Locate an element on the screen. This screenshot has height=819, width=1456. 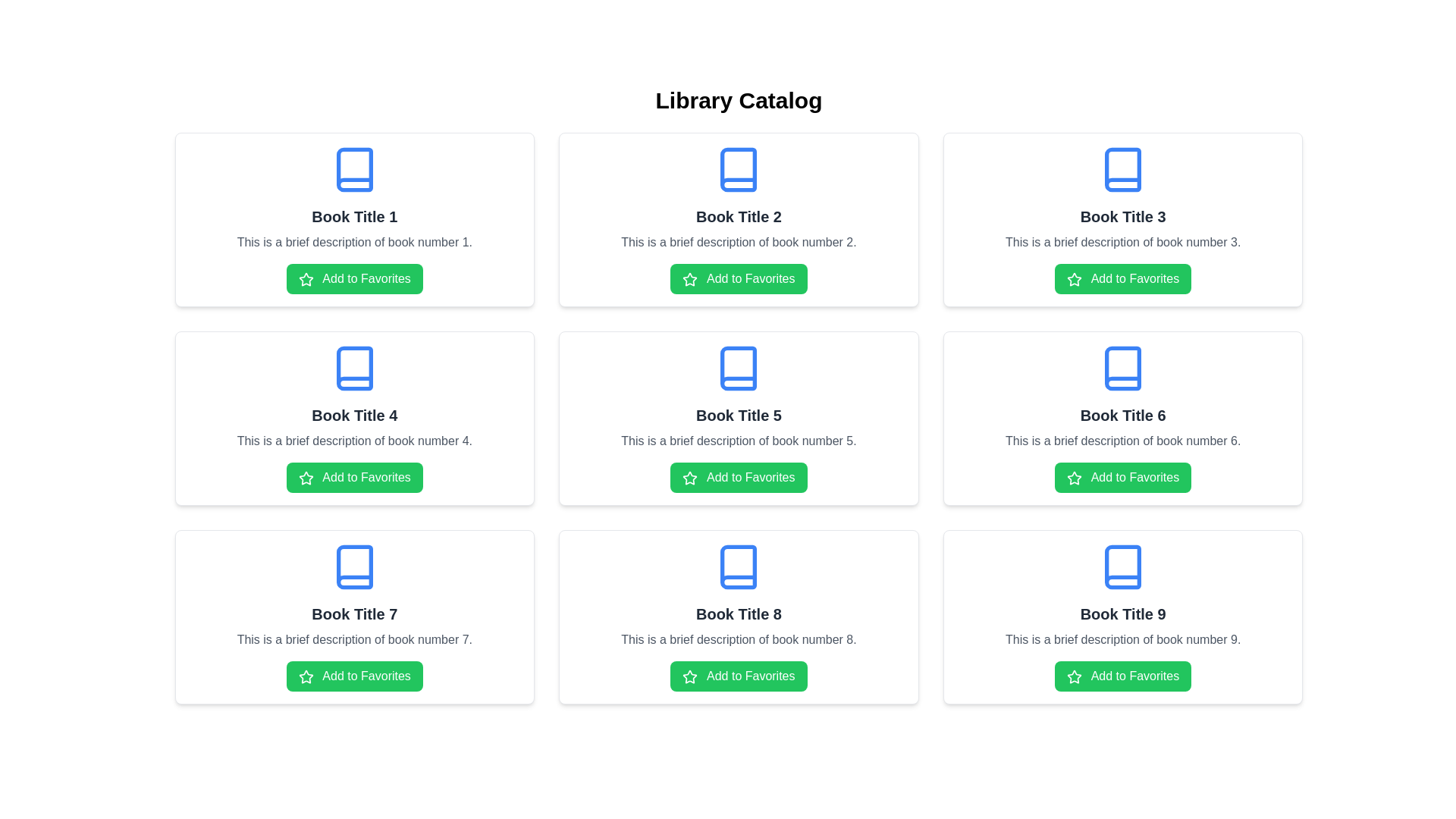
the button to mark 'Book Title 9' as a favorite, located in the bottom section of the card underneath the book description text is located at coordinates (1123, 675).